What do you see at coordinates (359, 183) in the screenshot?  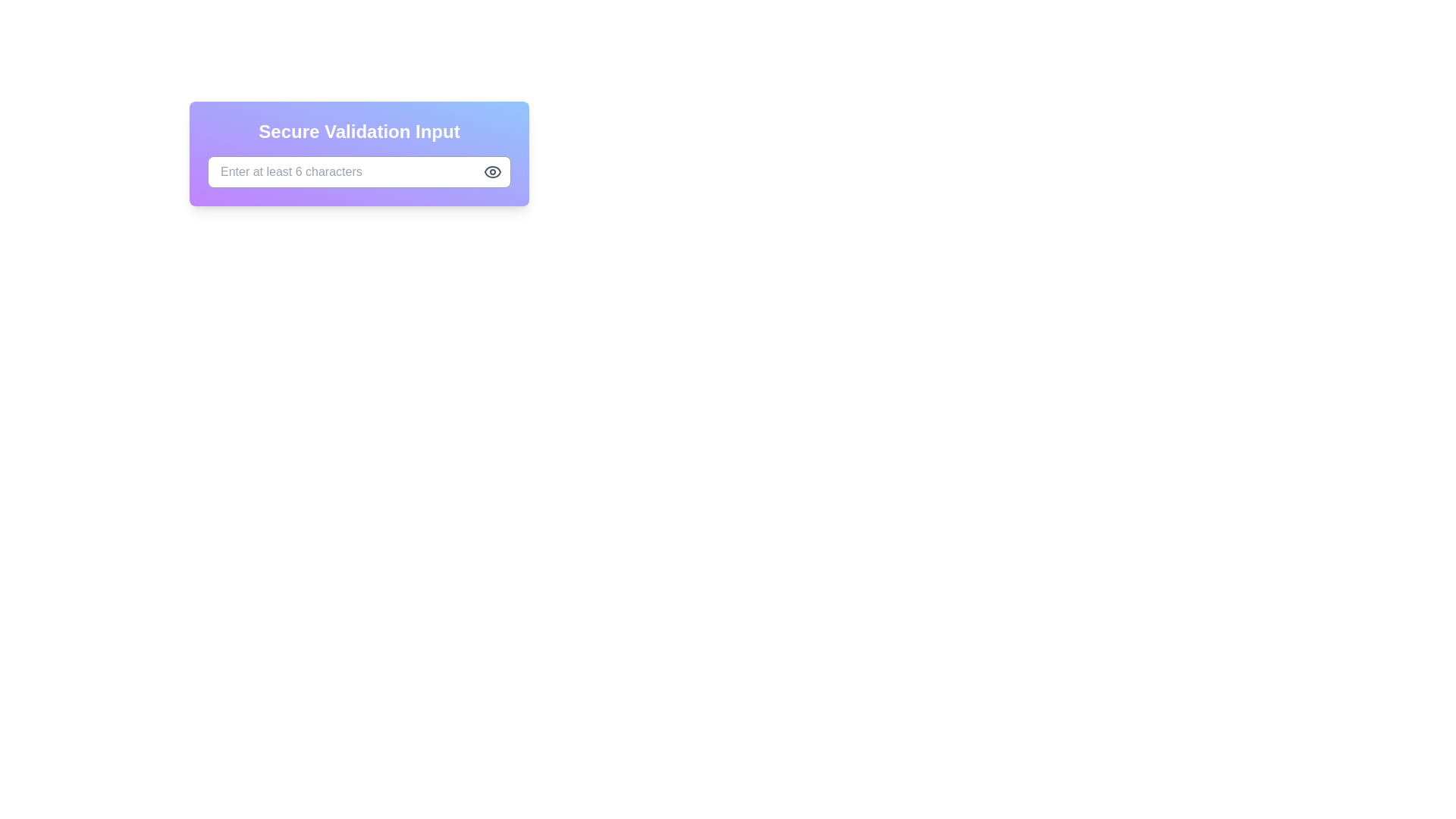 I see `the text input field with a visibility toggle button that has a placeholder stating 'Enter at least 6 characters'` at bounding box center [359, 183].